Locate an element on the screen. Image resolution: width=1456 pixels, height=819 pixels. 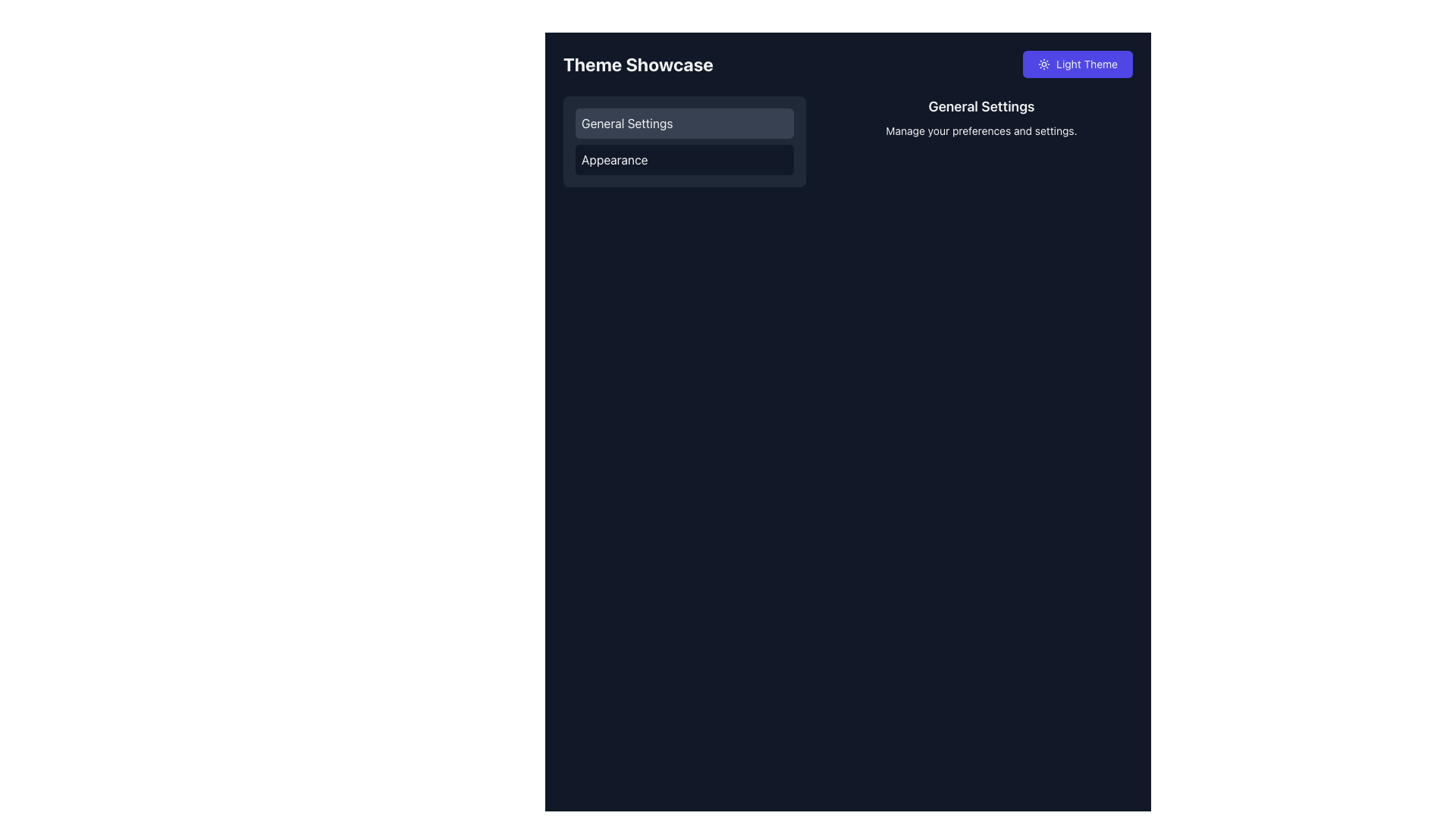
the button located in the top-right corner of the application interface to observe a UI effect, which switches the theme setting to a light theme is located at coordinates (1077, 63).